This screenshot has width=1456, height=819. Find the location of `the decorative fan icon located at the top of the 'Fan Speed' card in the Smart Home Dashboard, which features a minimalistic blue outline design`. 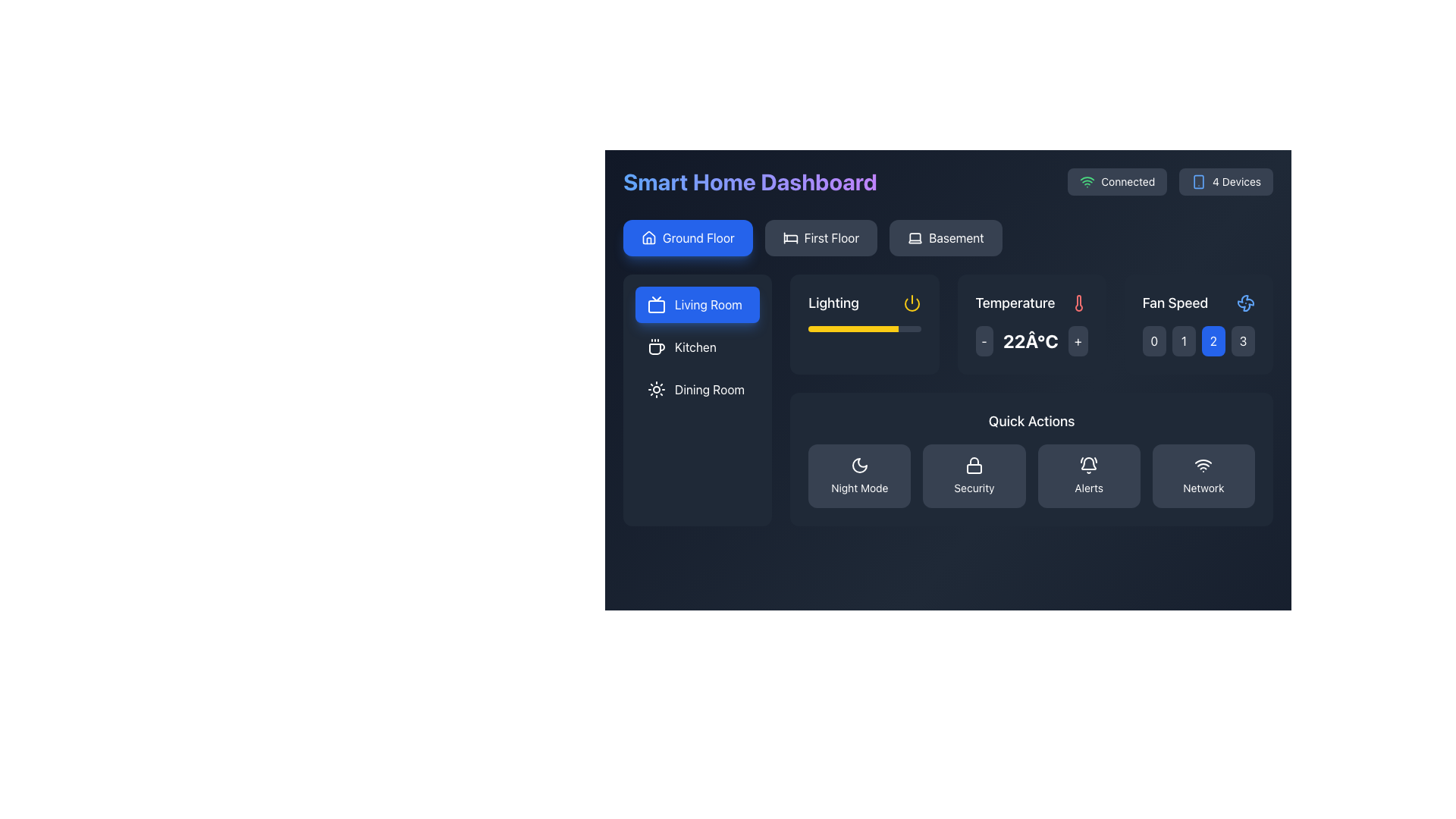

the decorative fan icon located at the top of the 'Fan Speed' card in the Smart Home Dashboard, which features a minimalistic blue outline design is located at coordinates (1245, 303).